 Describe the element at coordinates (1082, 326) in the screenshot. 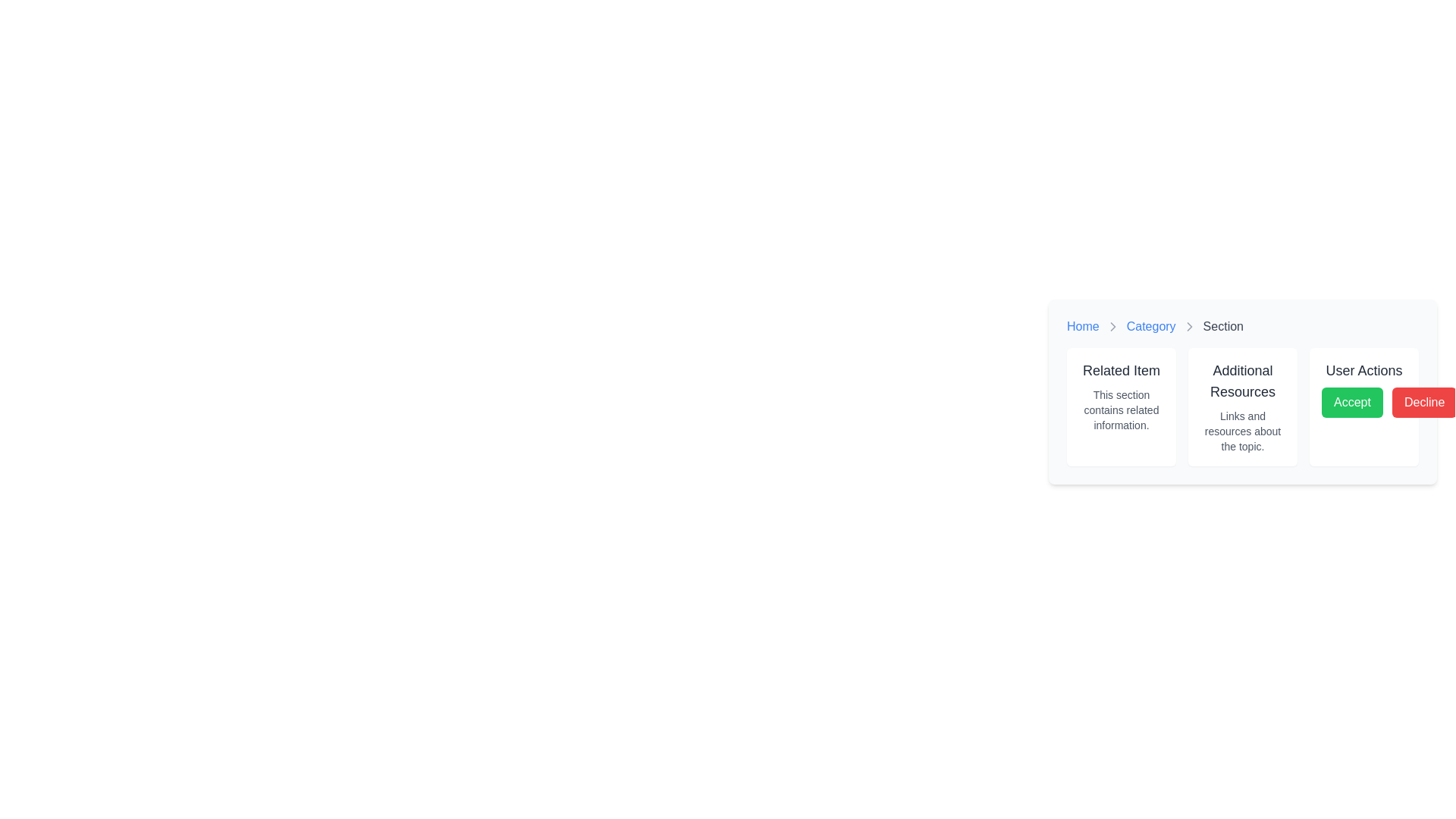

I see `the breadcrumb link at the top-left of the user interface` at that location.